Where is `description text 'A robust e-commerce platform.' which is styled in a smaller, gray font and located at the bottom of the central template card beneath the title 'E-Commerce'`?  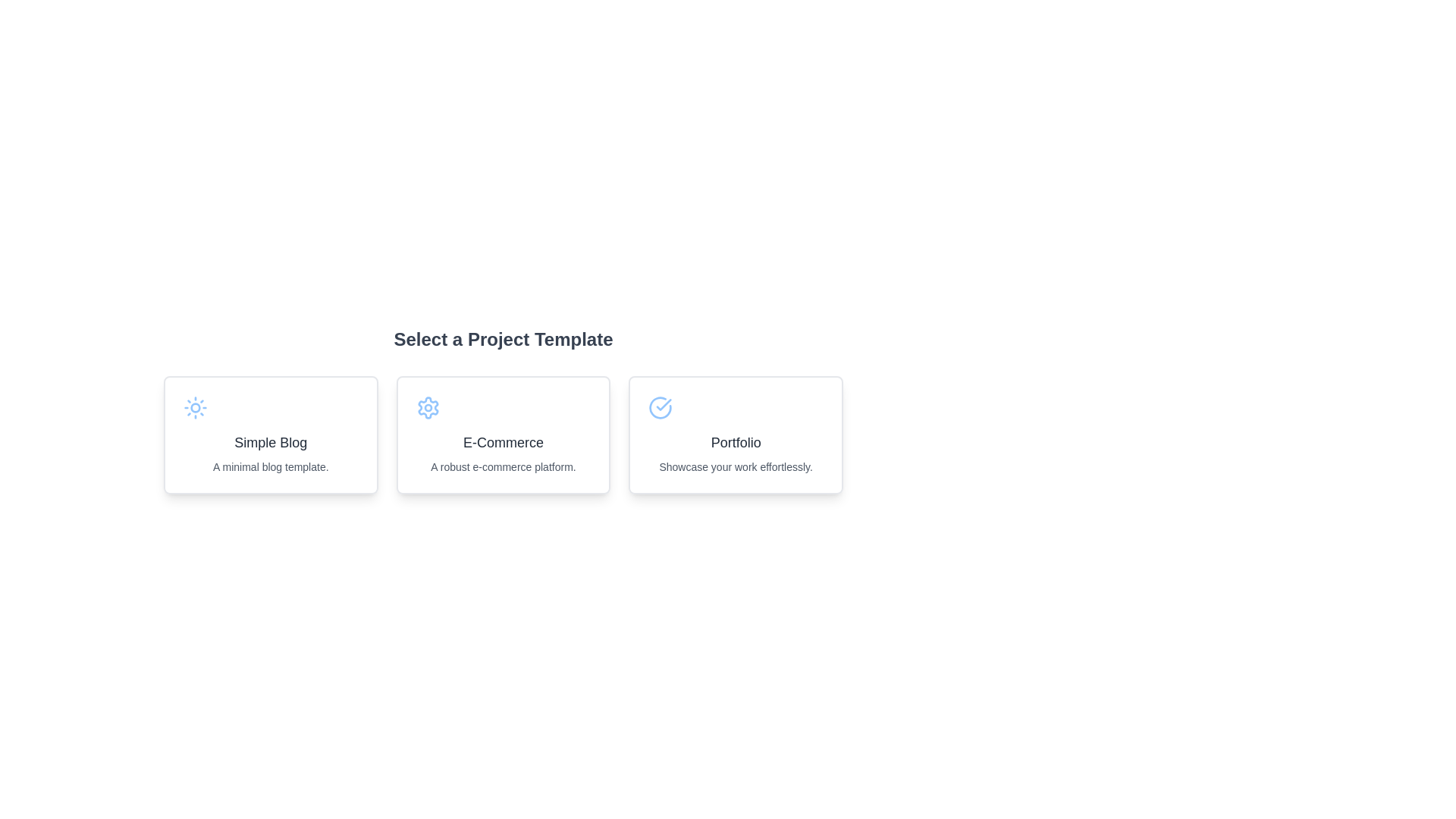
description text 'A robust e-commerce platform.' which is styled in a smaller, gray font and located at the bottom of the central template card beneath the title 'E-Commerce' is located at coordinates (503, 466).